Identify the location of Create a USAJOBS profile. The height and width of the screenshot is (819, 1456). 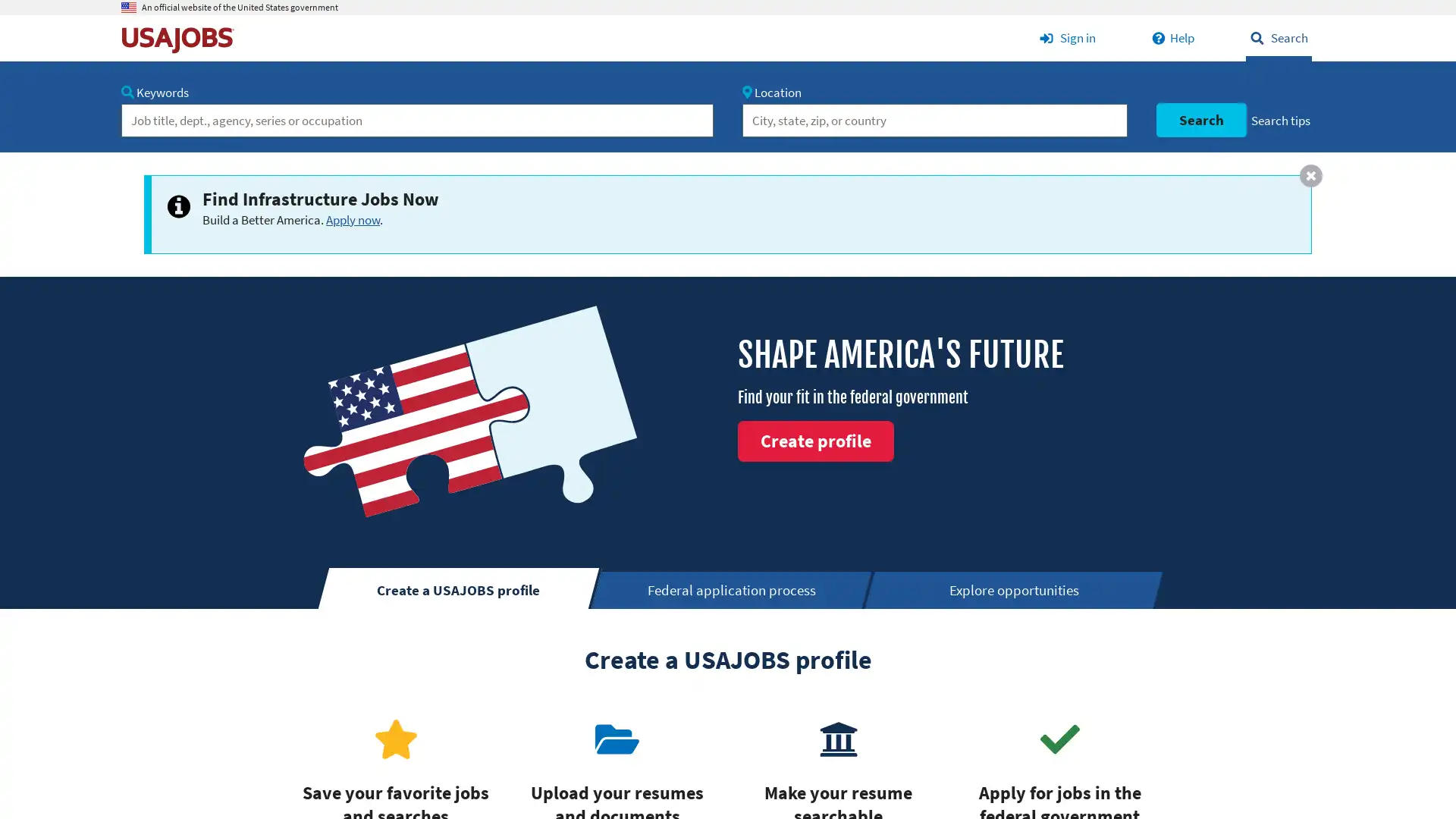
(458, 587).